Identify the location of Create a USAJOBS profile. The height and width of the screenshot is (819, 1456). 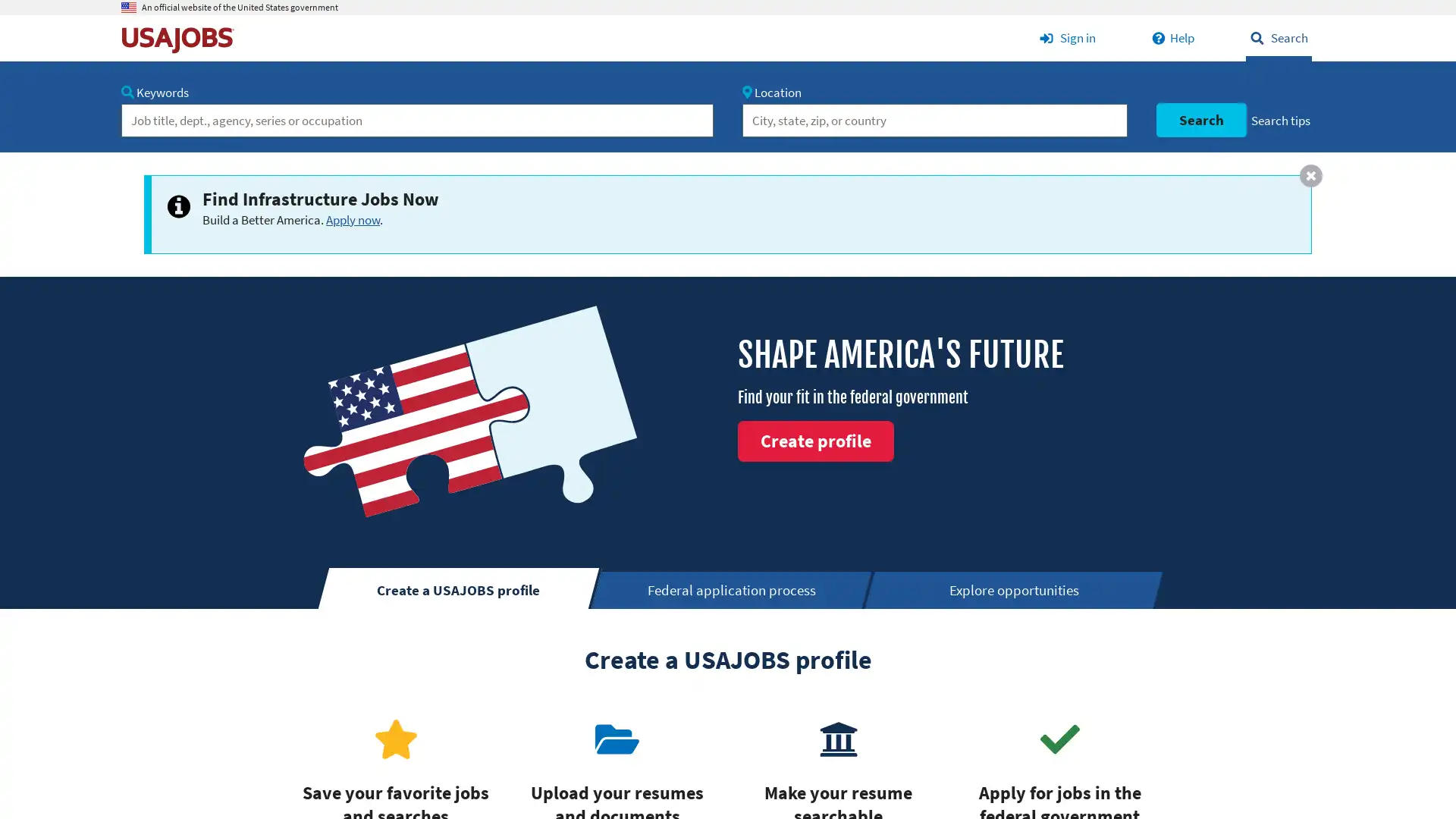
(458, 587).